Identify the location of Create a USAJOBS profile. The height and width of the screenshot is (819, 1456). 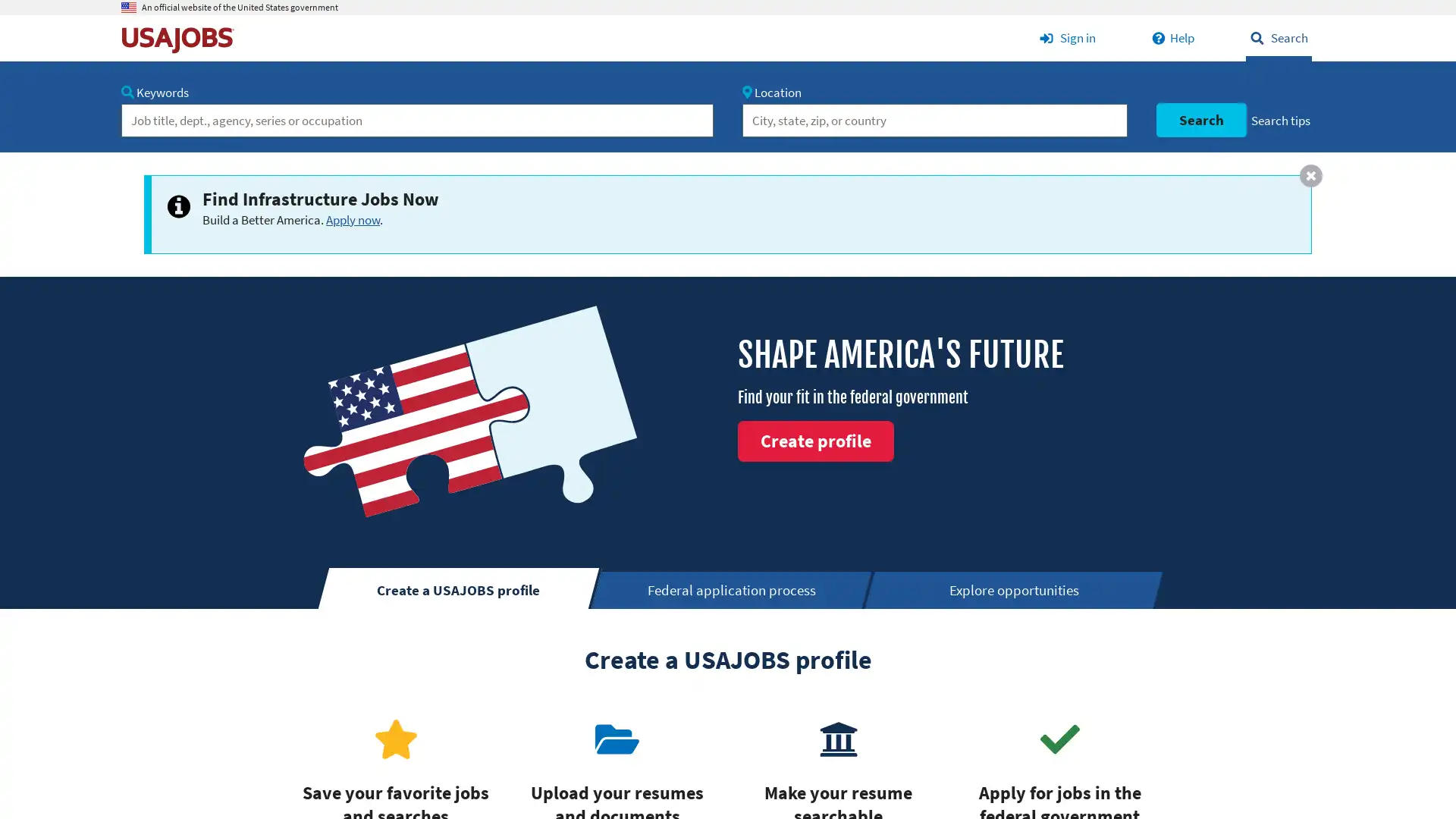
(458, 587).